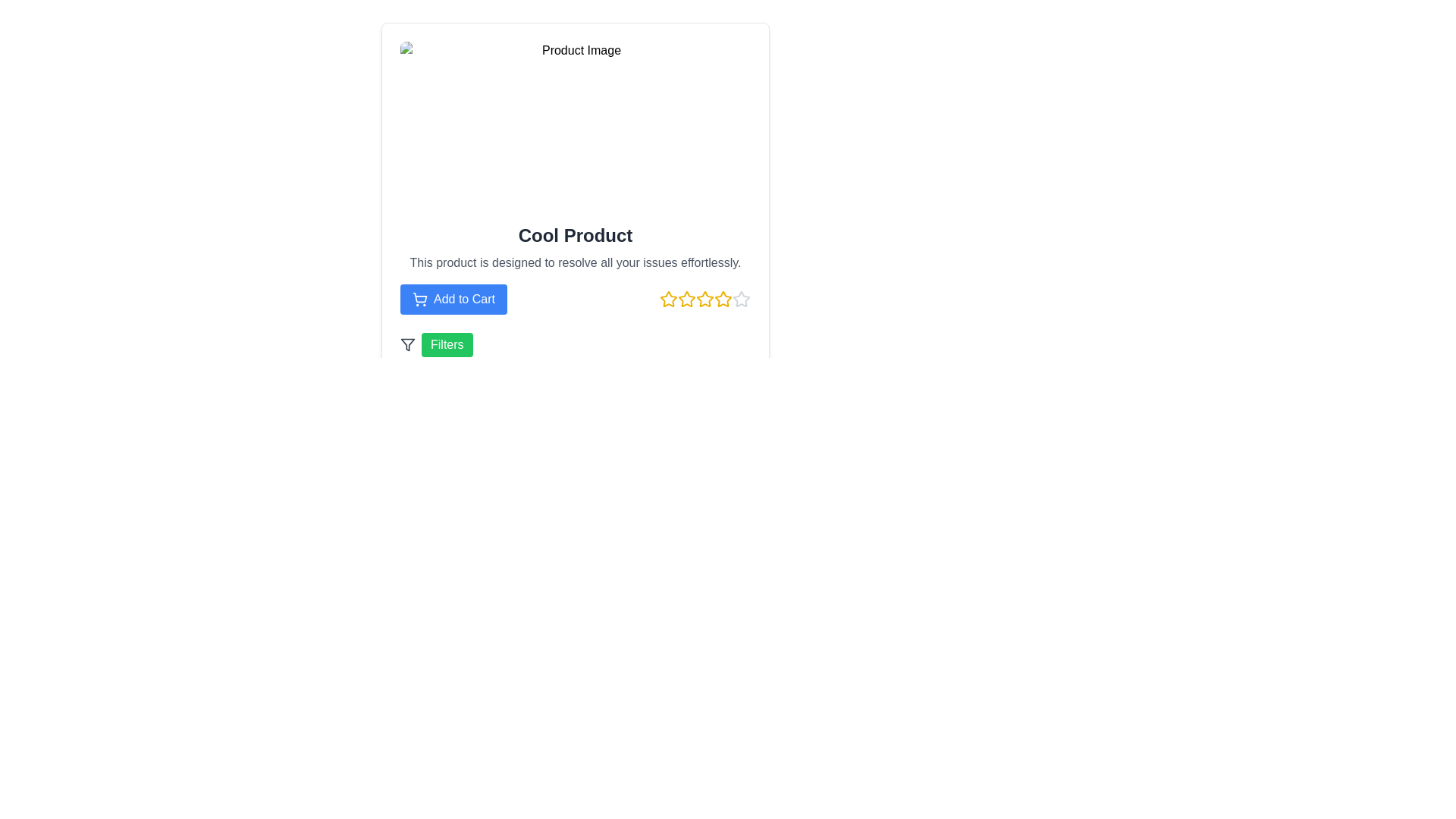  Describe the element at coordinates (574, 262) in the screenshot. I see `the descriptive text about the product's features located within the product display card beneath the title 'Cool Product'` at that location.